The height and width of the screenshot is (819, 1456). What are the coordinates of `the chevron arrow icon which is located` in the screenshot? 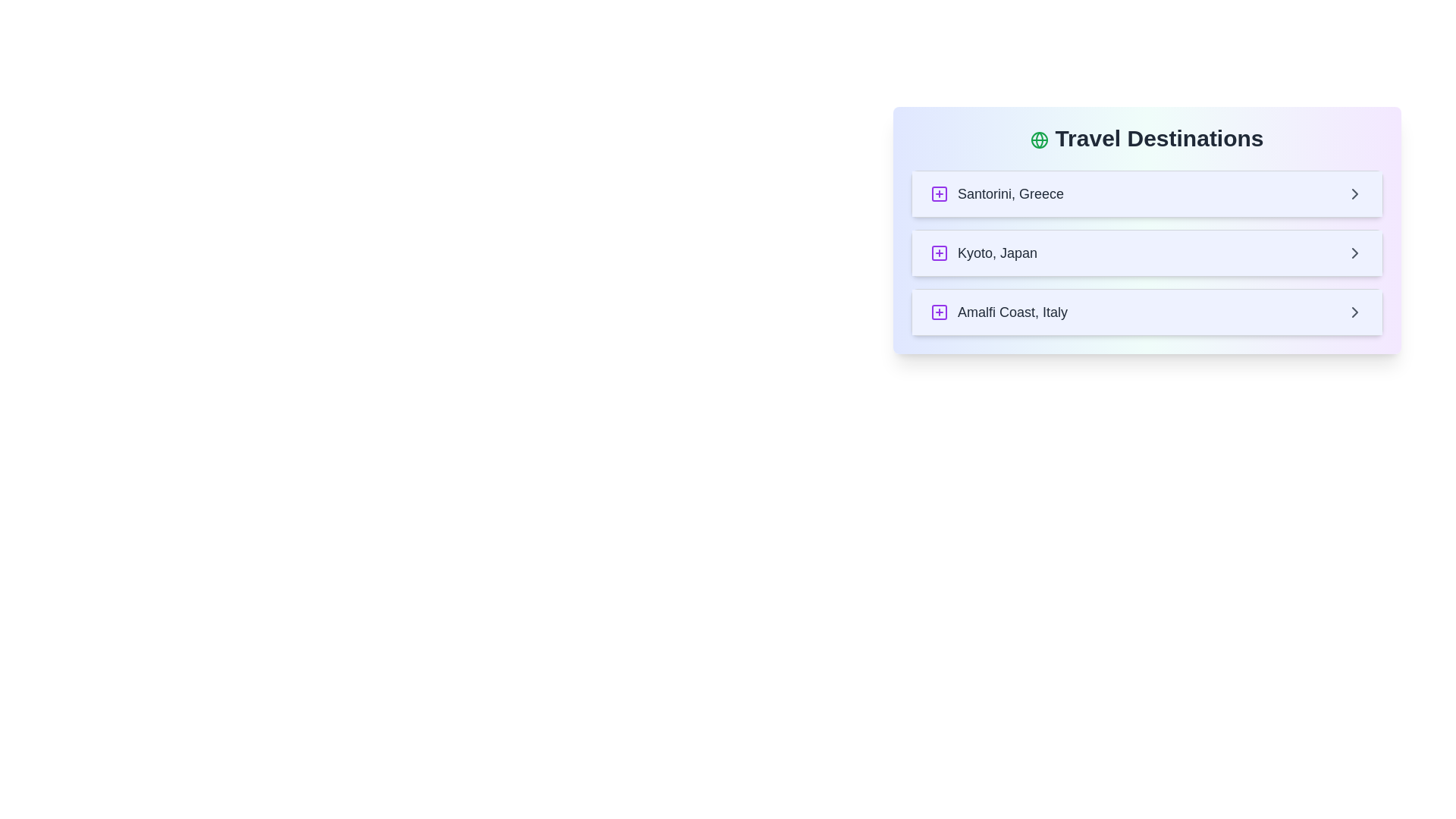 It's located at (1354, 253).